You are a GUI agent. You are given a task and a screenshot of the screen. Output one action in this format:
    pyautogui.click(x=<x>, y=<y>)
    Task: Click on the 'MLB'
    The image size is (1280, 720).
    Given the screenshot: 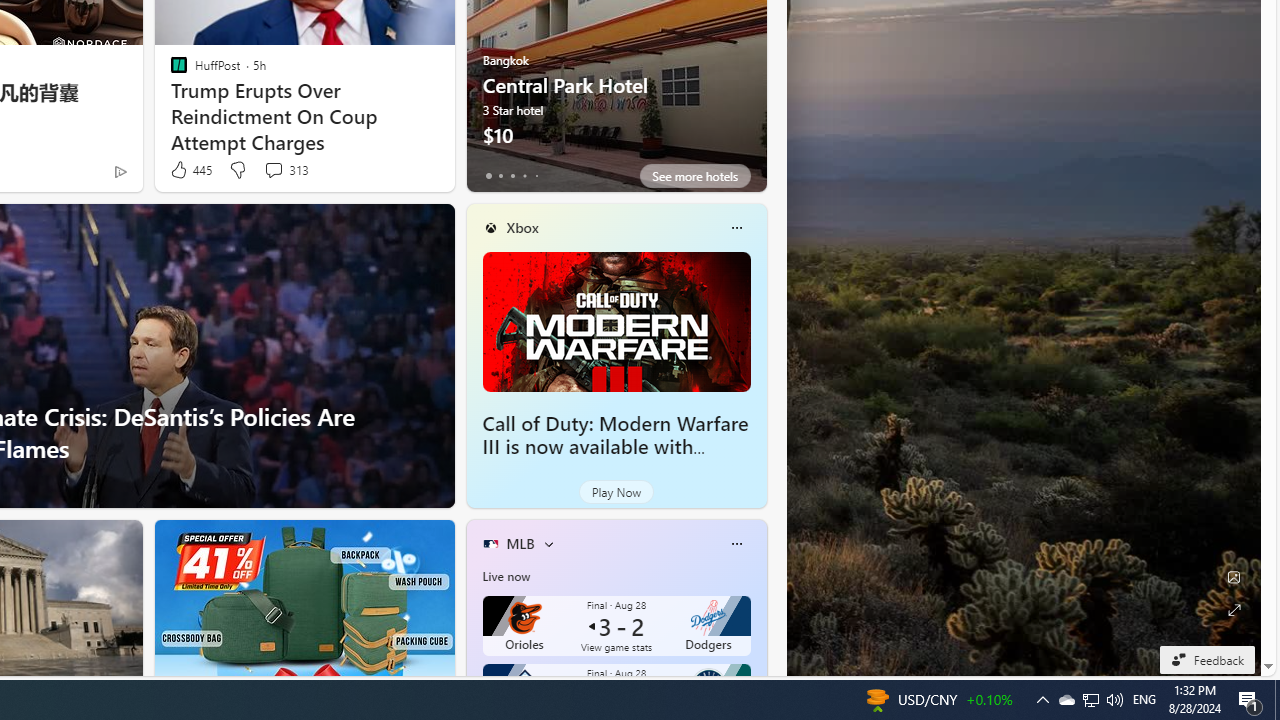 What is the action you would take?
    pyautogui.click(x=520, y=543)
    